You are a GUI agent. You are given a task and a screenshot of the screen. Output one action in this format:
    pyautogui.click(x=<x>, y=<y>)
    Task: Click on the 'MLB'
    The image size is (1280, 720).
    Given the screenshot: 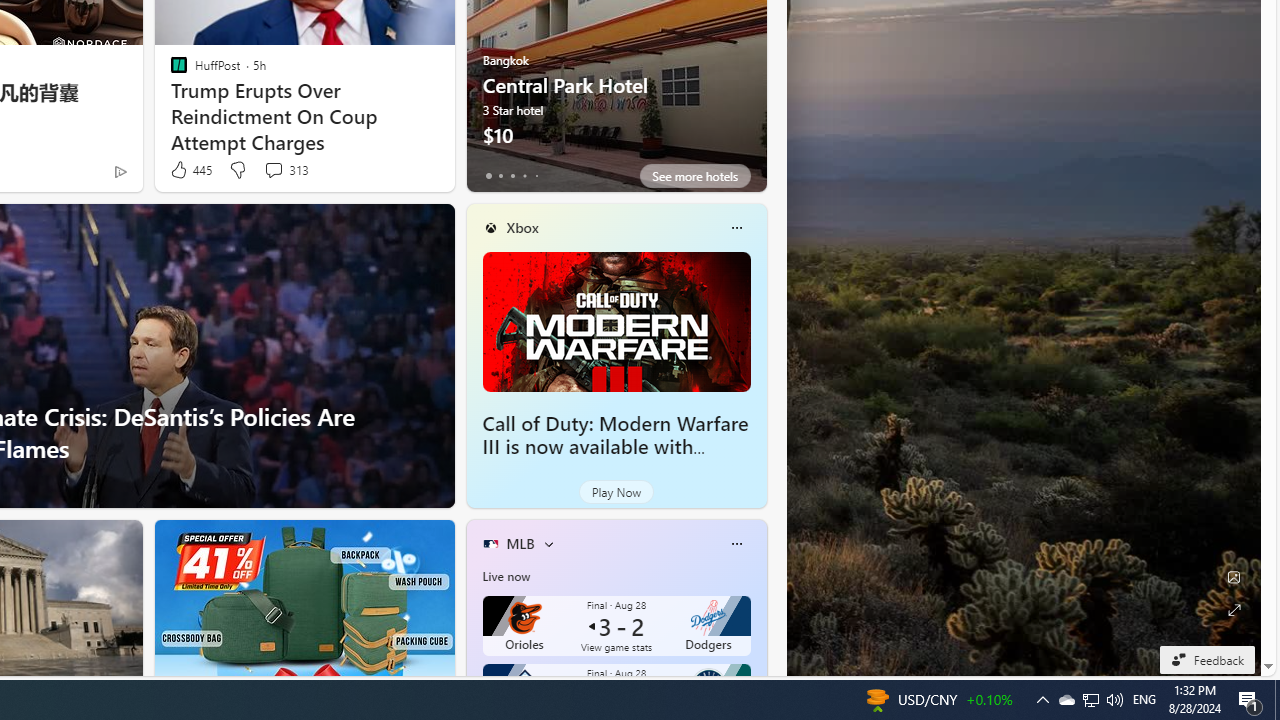 What is the action you would take?
    pyautogui.click(x=520, y=543)
    